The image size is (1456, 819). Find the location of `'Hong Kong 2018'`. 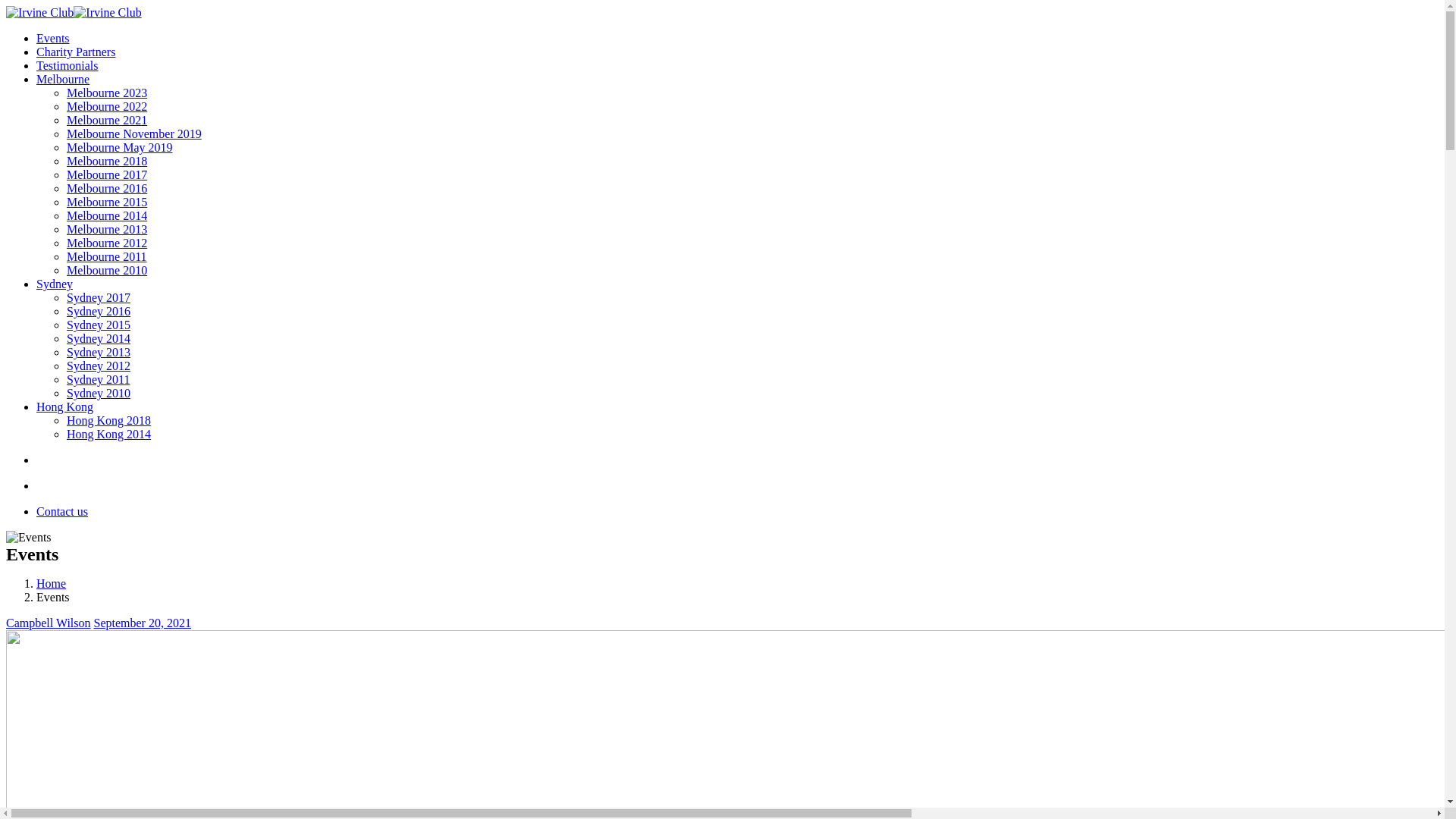

'Hong Kong 2018' is located at coordinates (108, 420).